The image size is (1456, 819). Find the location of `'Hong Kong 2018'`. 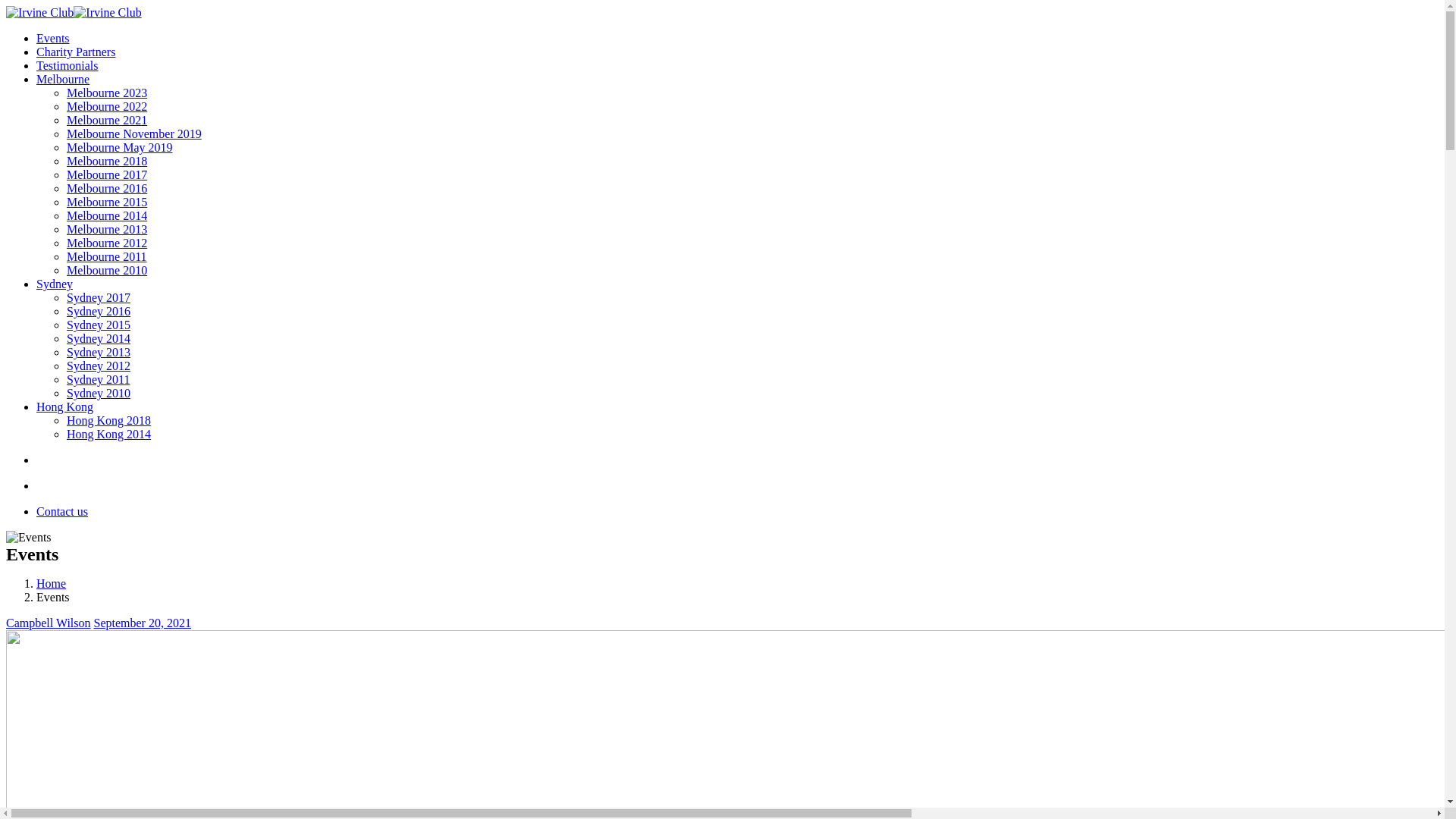

'Hong Kong 2018' is located at coordinates (108, 420).